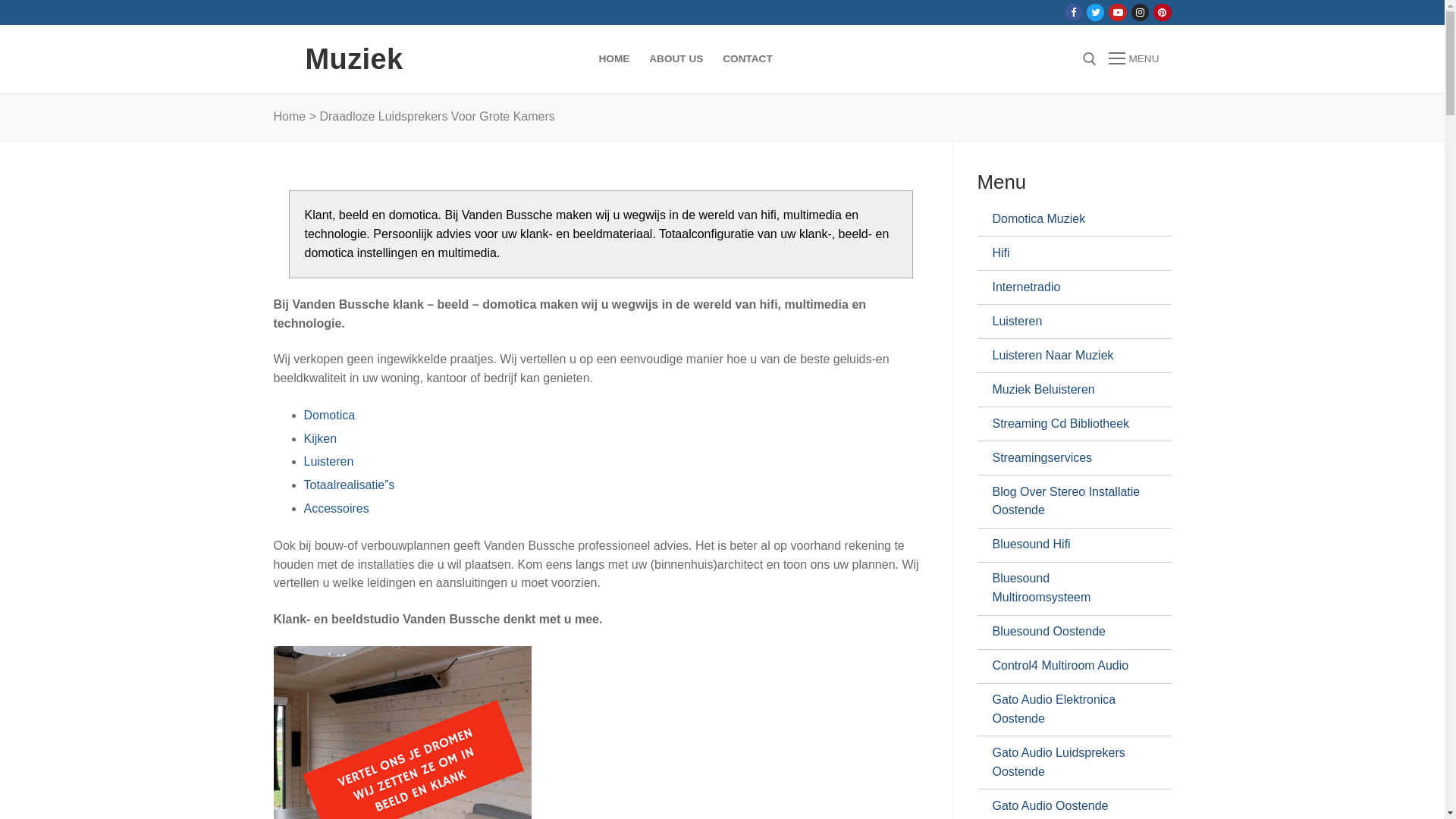  What do you see at coordinates (303, 415) in the screenshot?
I see `'Domotica'` at bounding box center [303, 415].